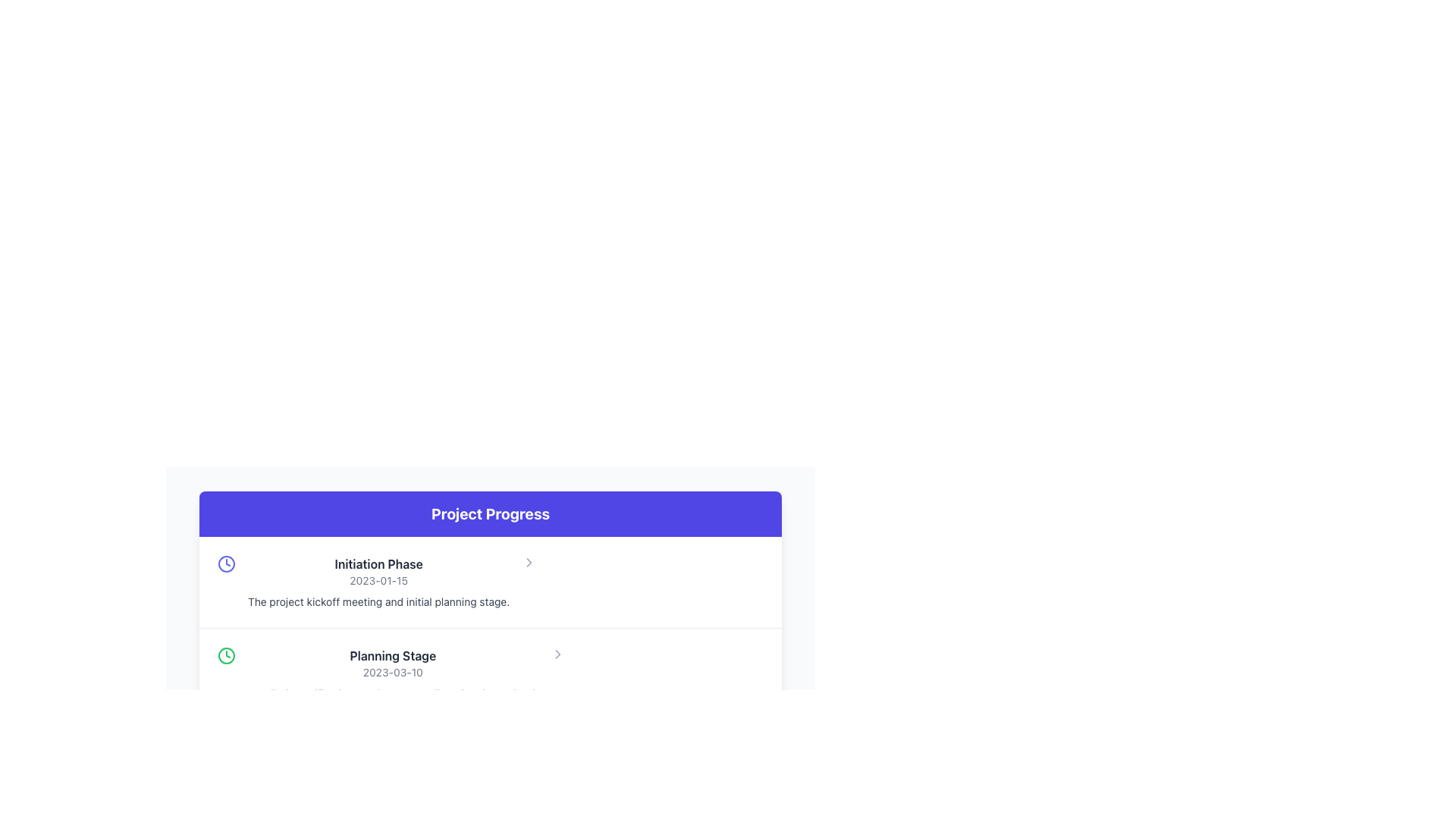 This screenshot has width=1456, height=819. I want to click on the navigation link icon for the 'Planning Stage', so click(557, 654).